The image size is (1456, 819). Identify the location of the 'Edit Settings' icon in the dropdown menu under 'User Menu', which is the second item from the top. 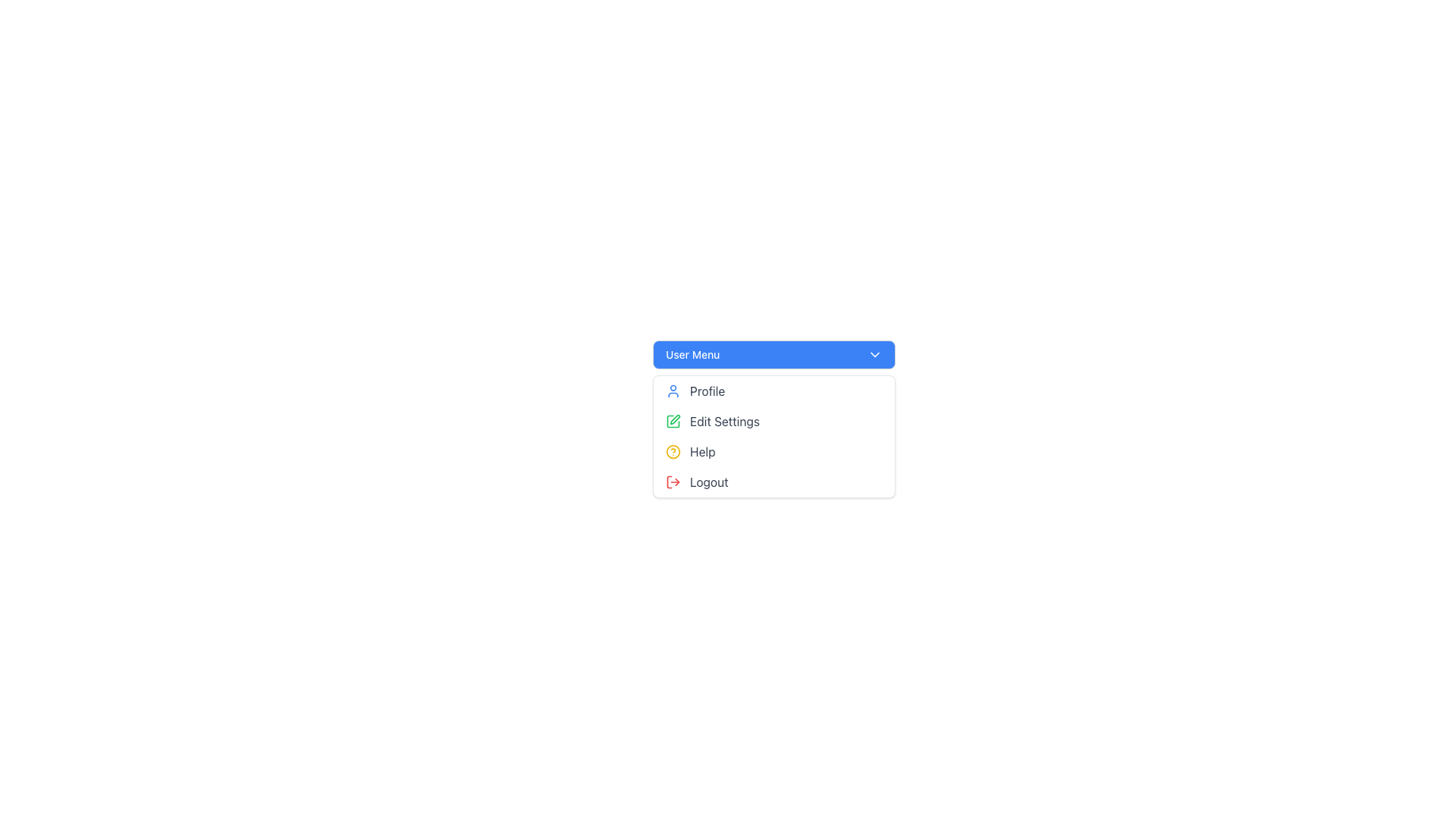
(674, 419).